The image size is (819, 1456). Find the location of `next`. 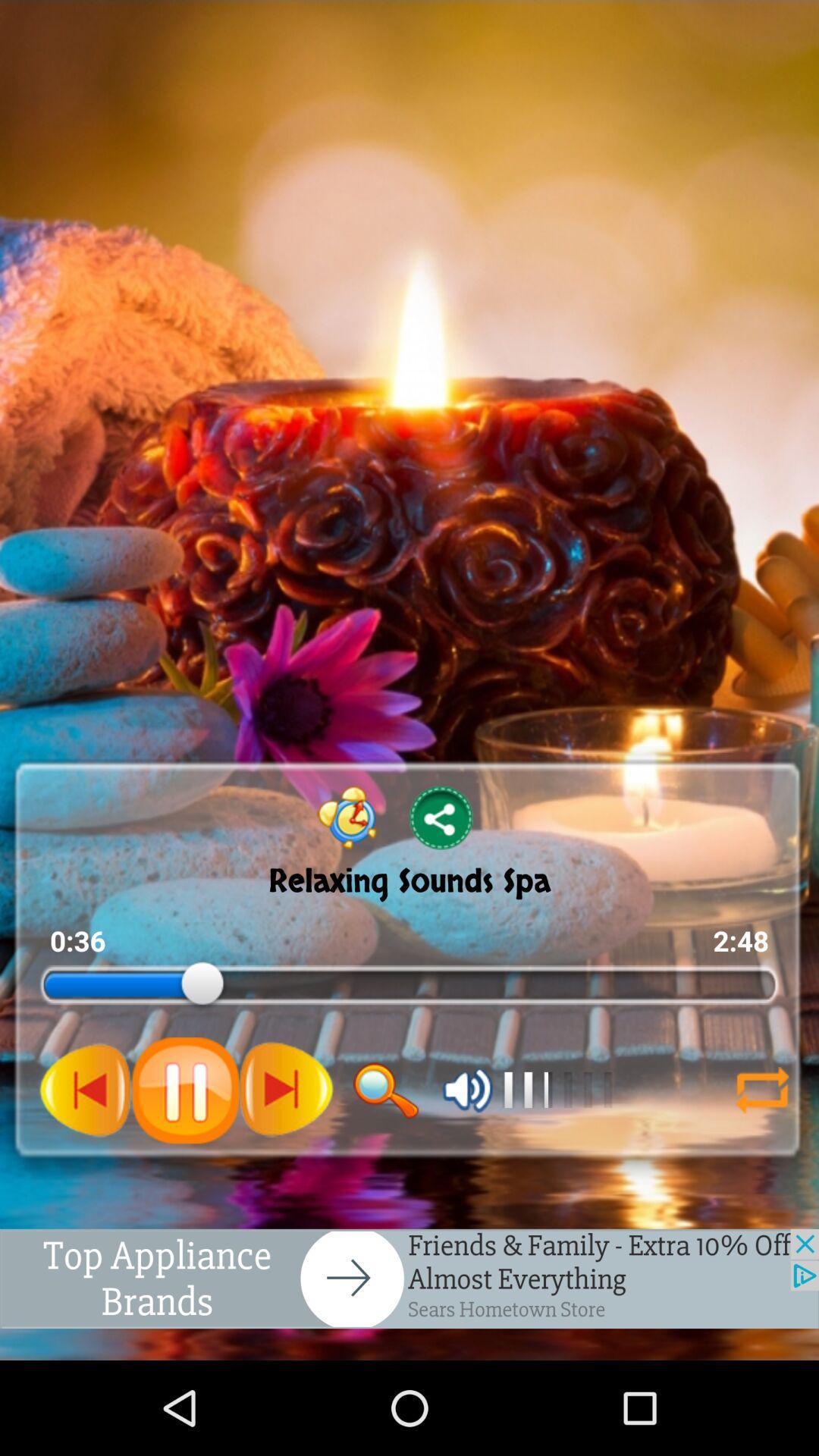

next is located at coordinates (286, 1089).